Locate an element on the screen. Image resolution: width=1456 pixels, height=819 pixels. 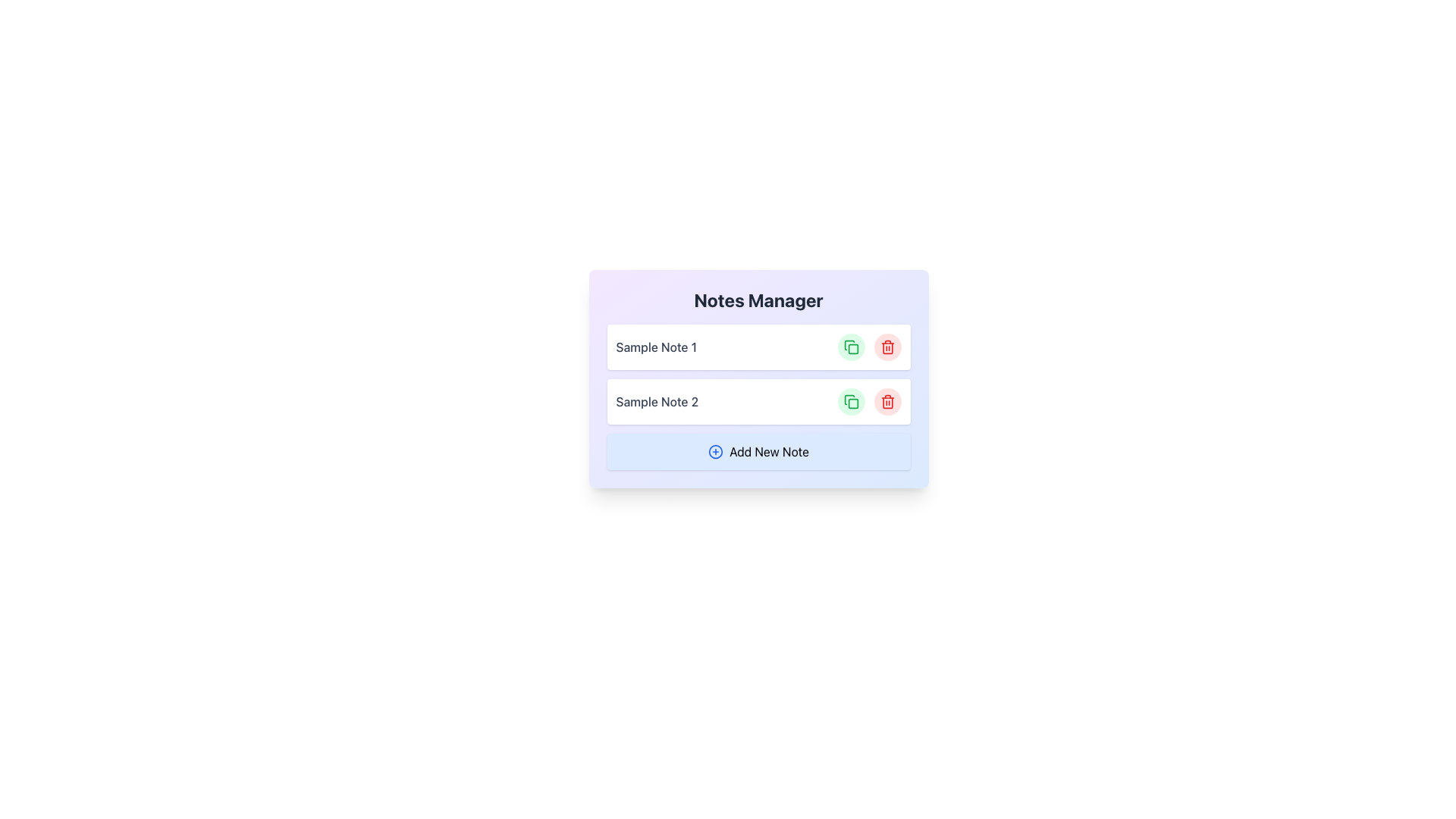
the delete button located to the far right of the action buttons for 'Sample Note 2' is located at coordinates (887, 400).